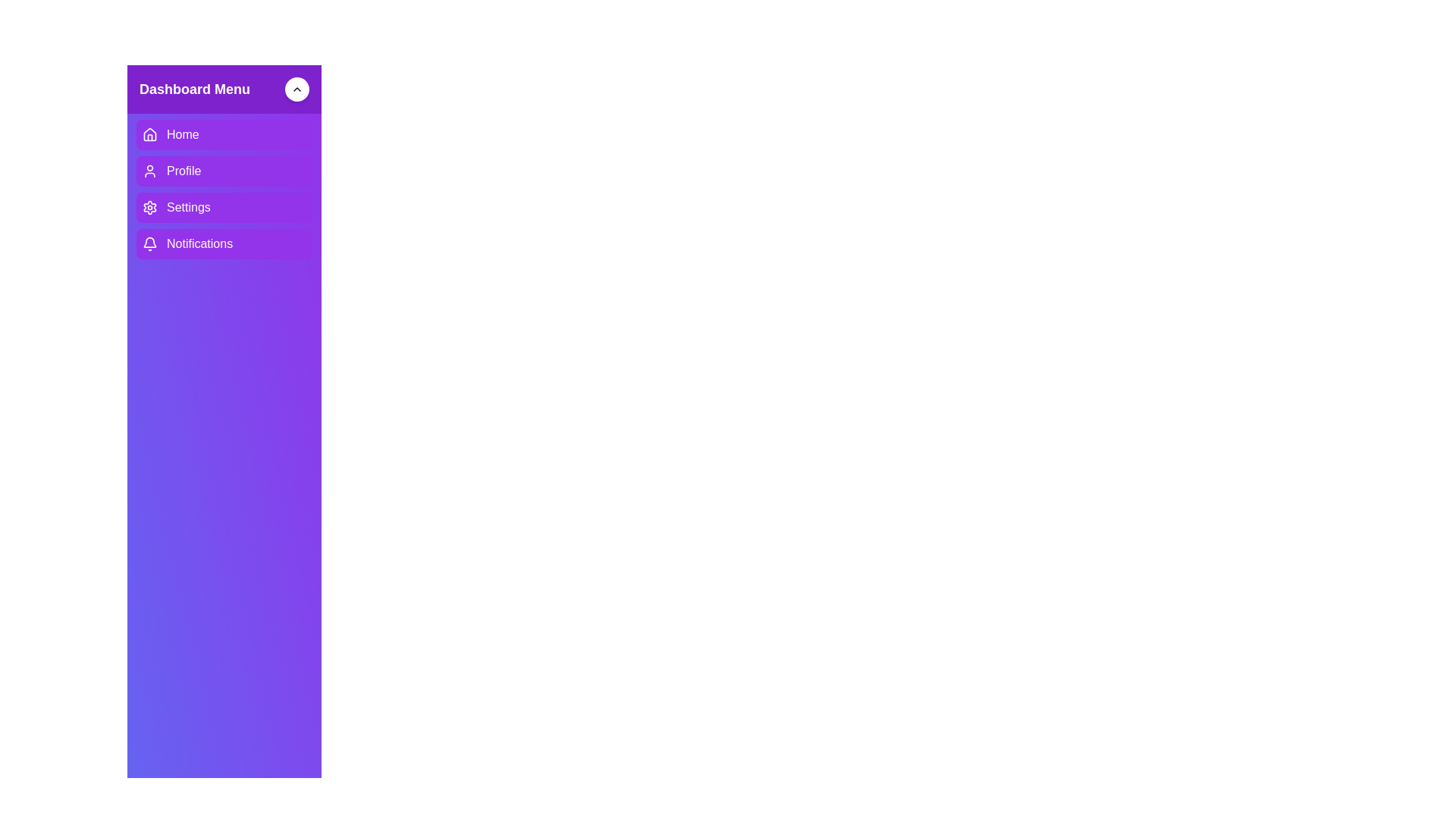 The image size is (1456, 819). What do you see at coordinates (199, 243) in the screenshot?
I see `the 'Notifications' text label, which is styled in white and located at the bottom-most item of a vertical menu list on the left-hand side of the interface, accompanied by an icon to its left` at bounding box center [199, 243].